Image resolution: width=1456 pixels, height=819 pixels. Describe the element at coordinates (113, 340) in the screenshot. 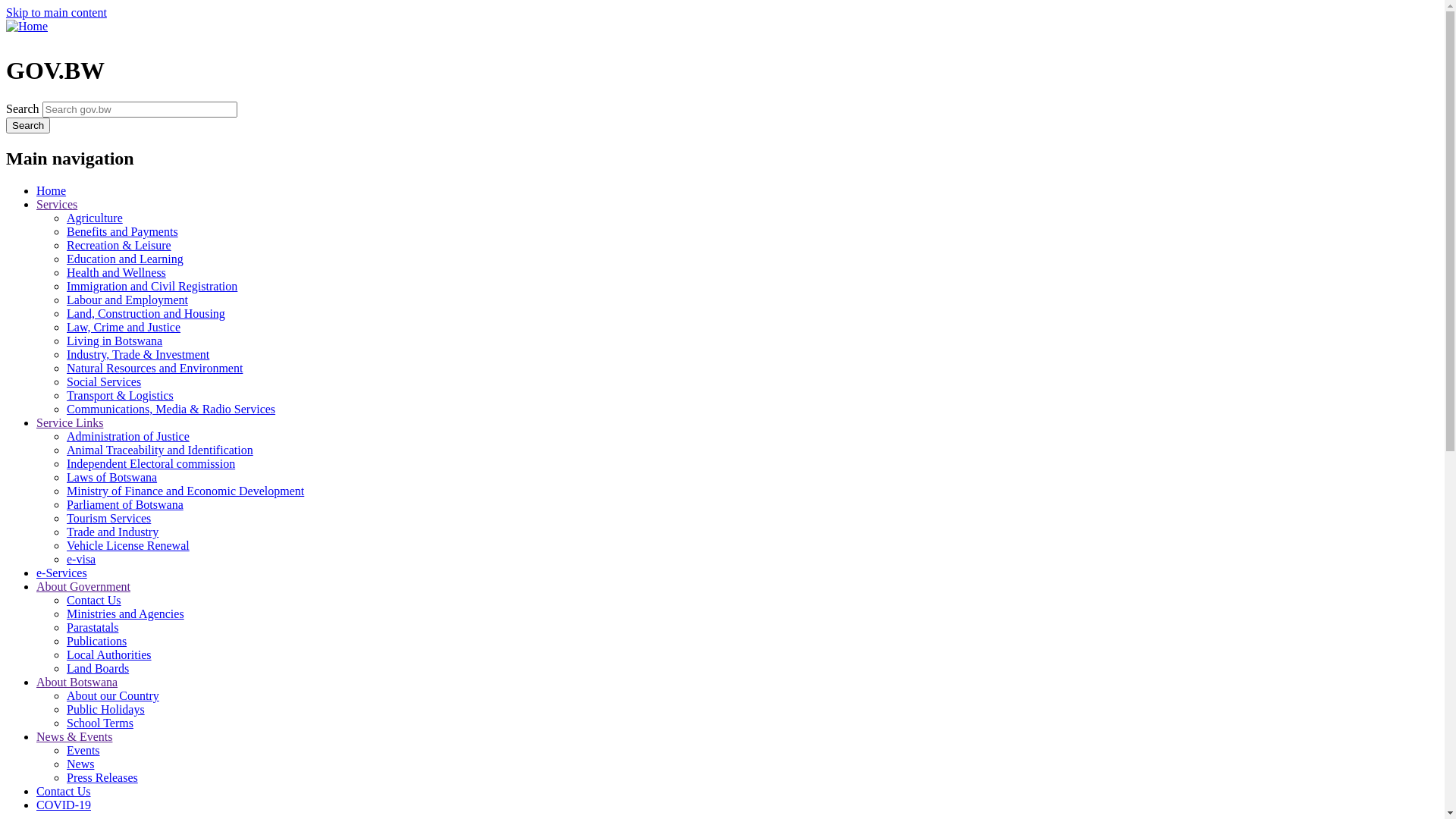

I see `'Living in Botswana'` at that location.